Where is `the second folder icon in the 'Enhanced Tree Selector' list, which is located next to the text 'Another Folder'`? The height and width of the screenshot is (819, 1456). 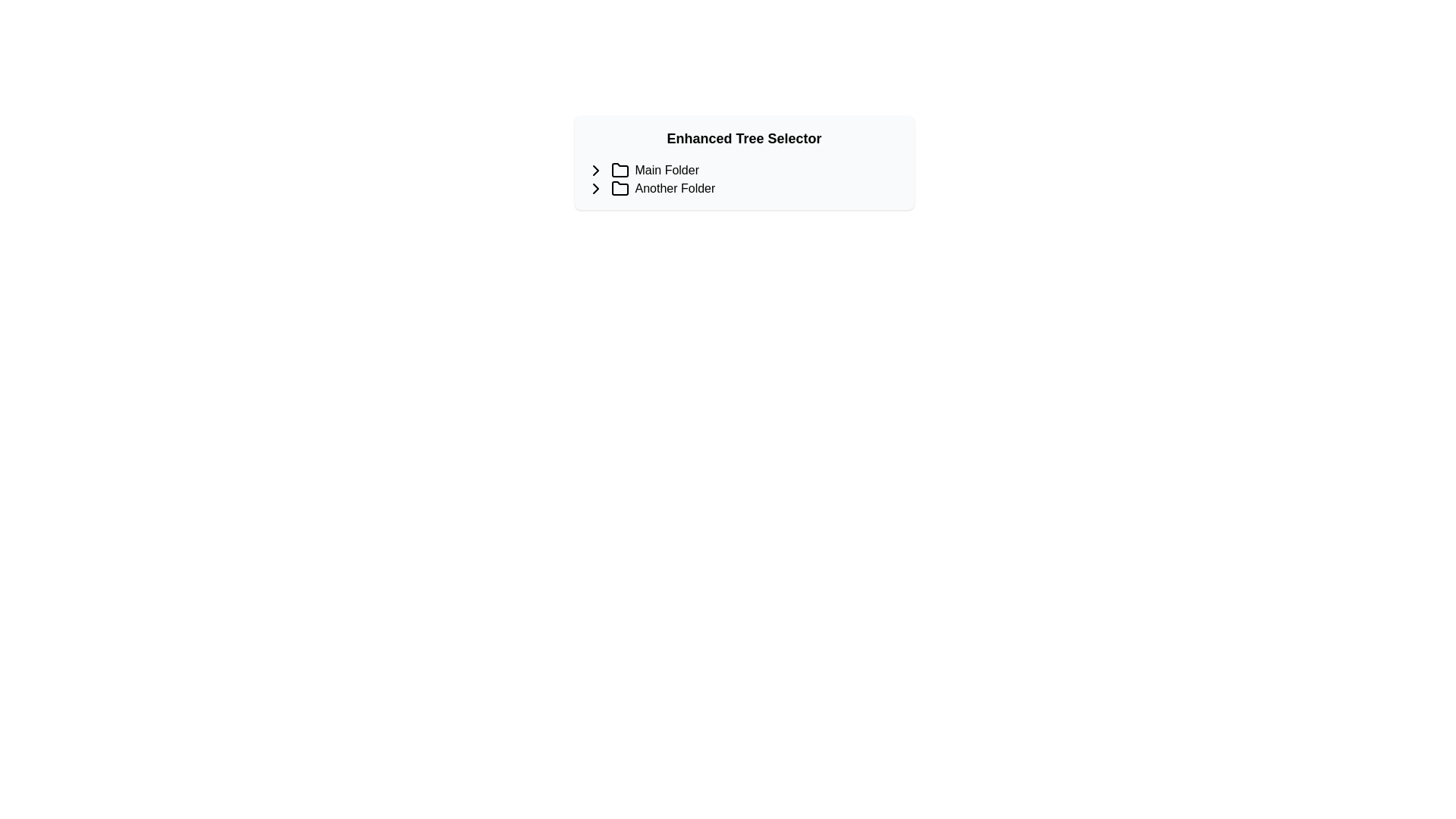
the second folder icon in the 'Enhanced Tree Selector' list, which is located next to the text 'Another Folder' is located at coordinates (620, 187).